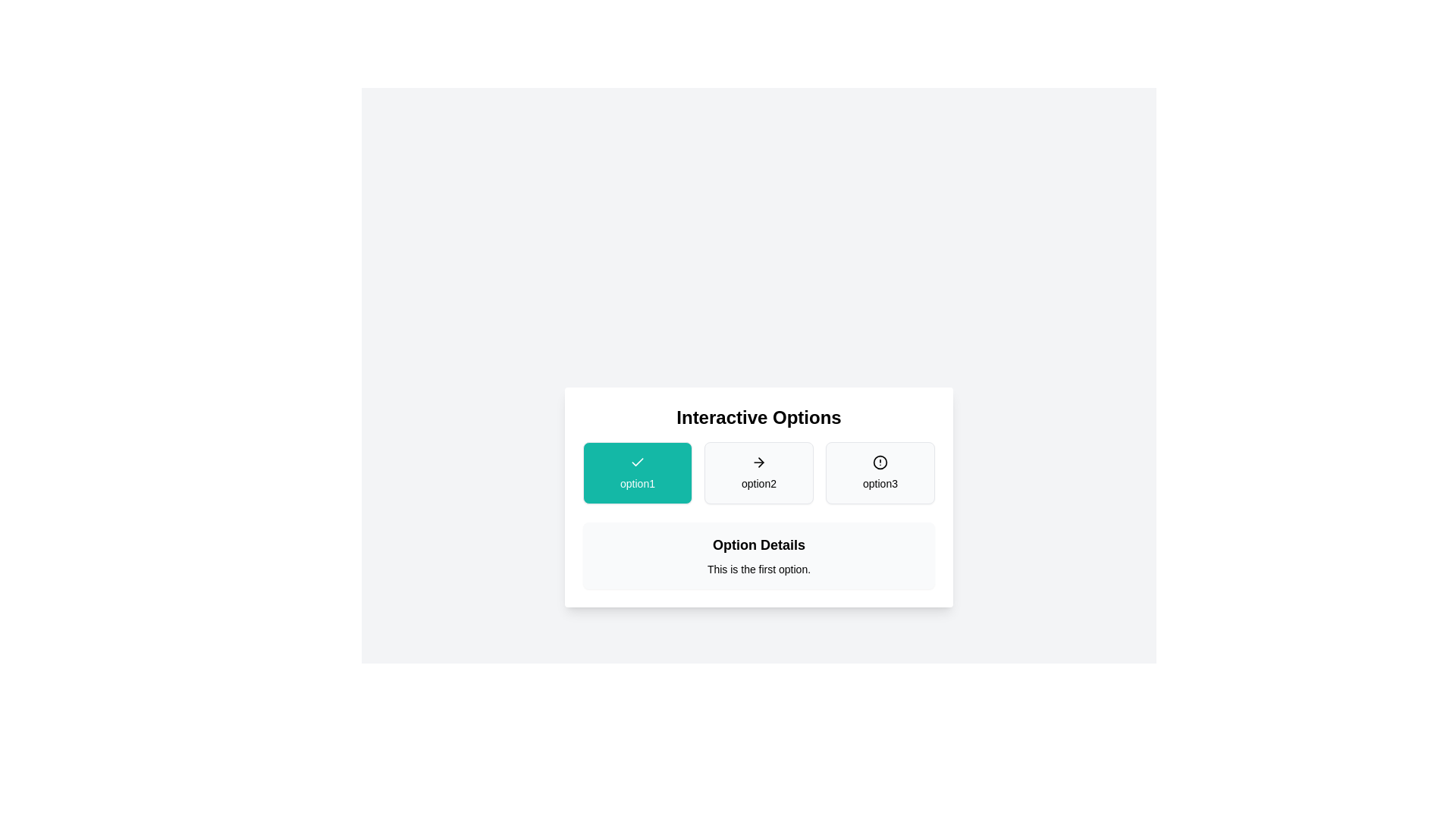 Image resolution: width=1456 pixels, height=819 pixels. Describe the element at coordinates (880, 483) in the screenshot. I see `the third text label in a horizontal sequence of interactive choices, which serves as a descriptor for the associated option card, located centrally below its corresponding circular icon` at that location.